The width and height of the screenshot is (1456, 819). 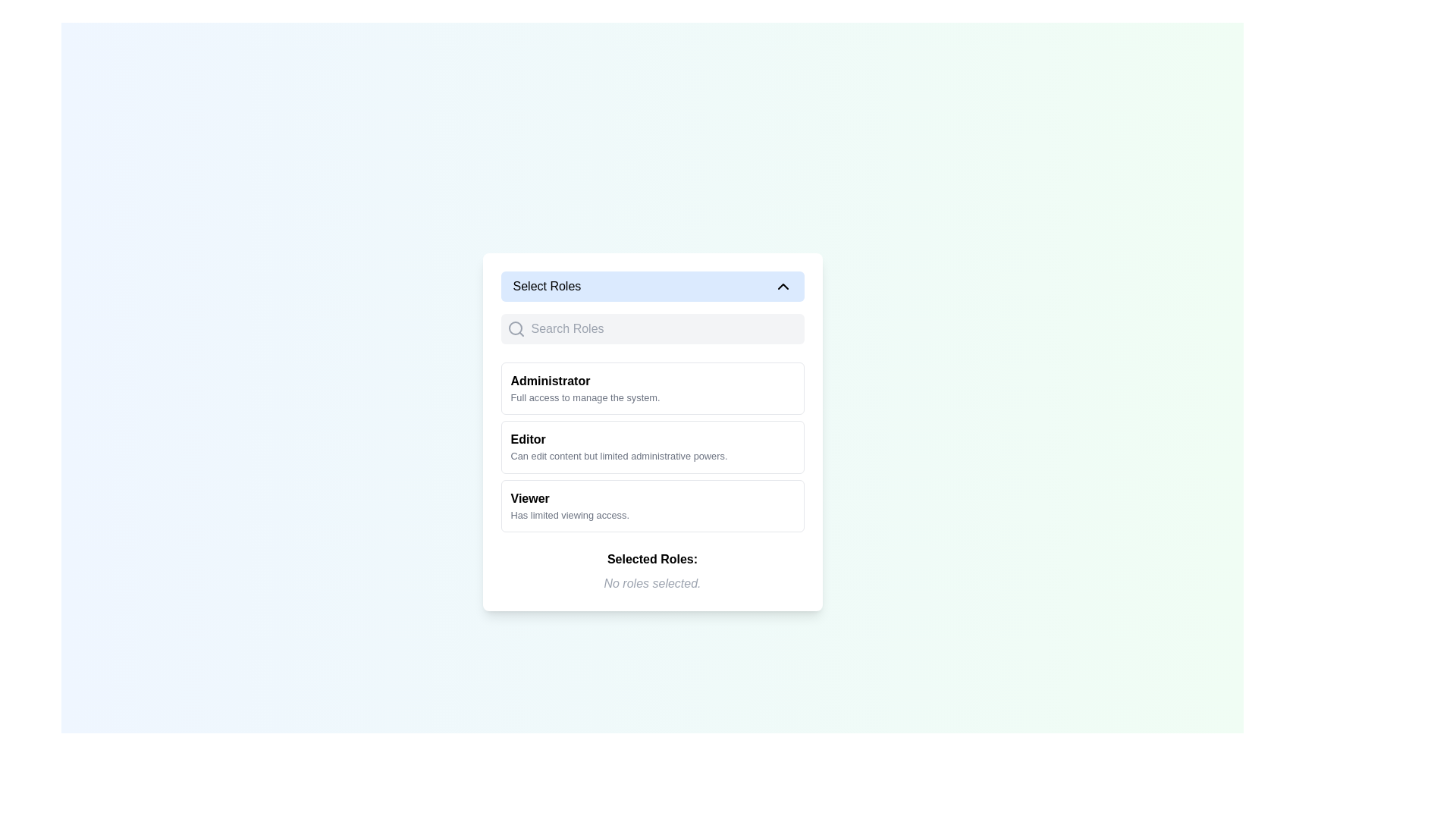 I want to click on the selectable role option displaying 'Editor' with the description 'Can edit content but limited administrative powers.', so click(x=652, y=447).